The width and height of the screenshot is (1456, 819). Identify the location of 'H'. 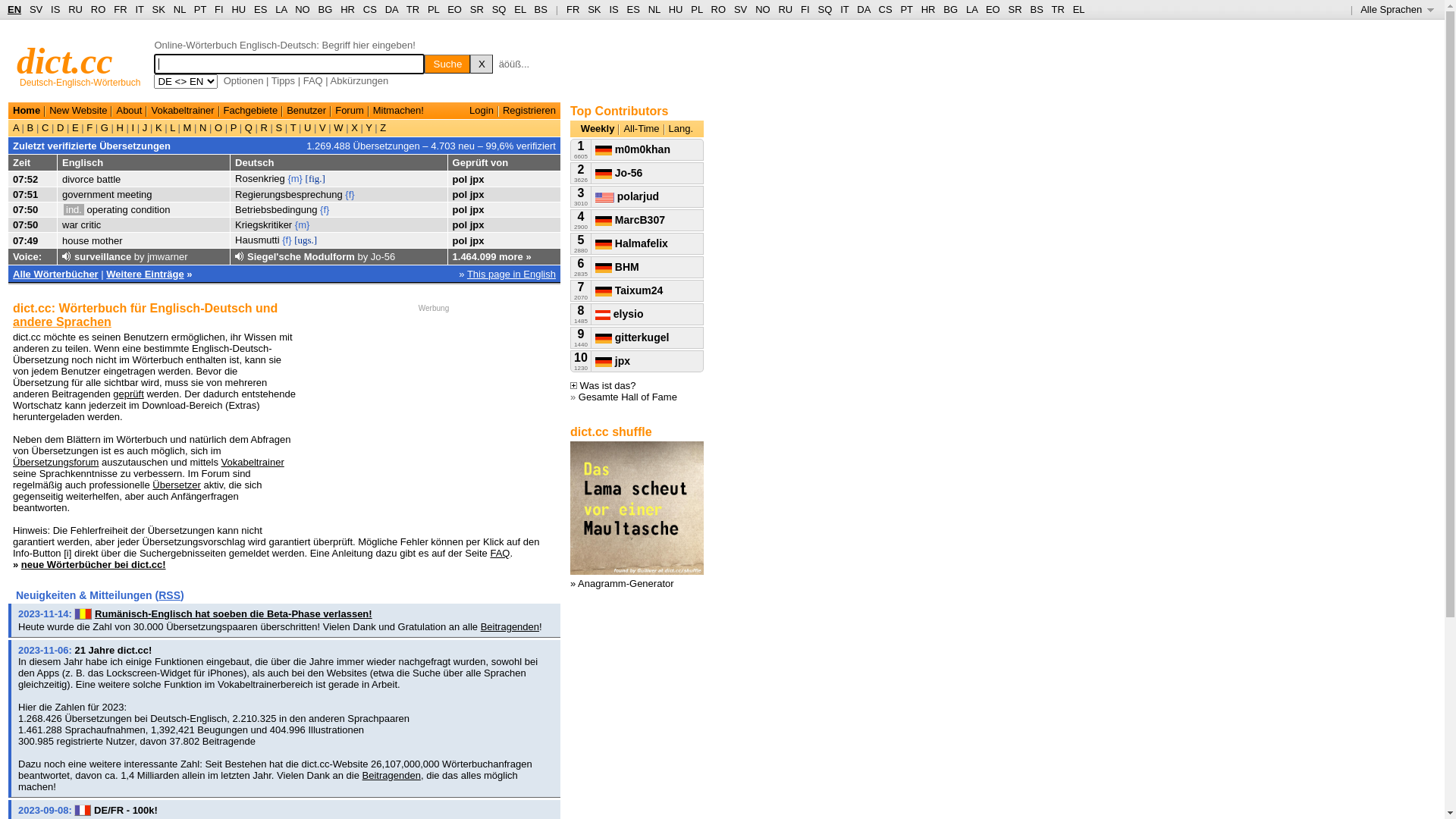
(119, 127).